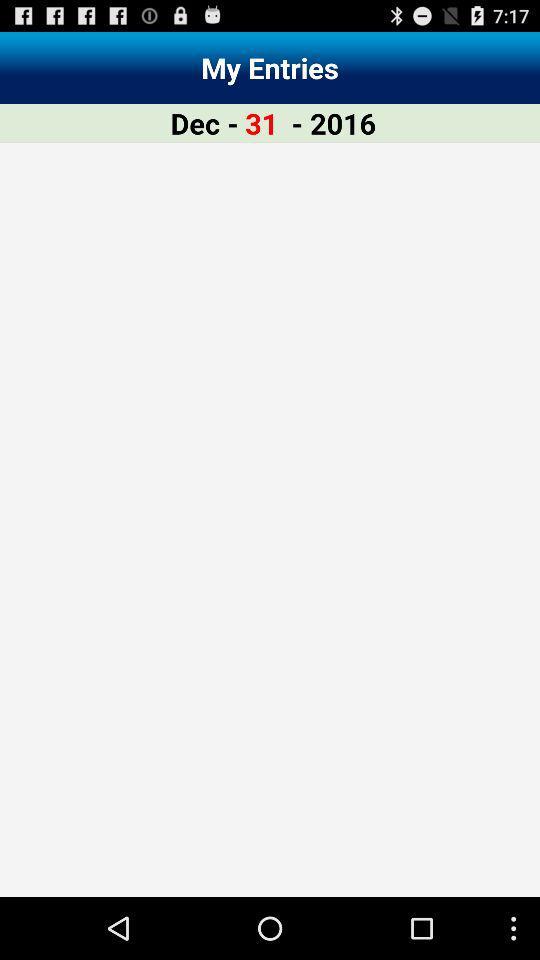 The height and width of the screenshot is (960, 540). Describe the element at coordinates (333, 122) in the screenshot. I see `item next to 31 item` at that location.